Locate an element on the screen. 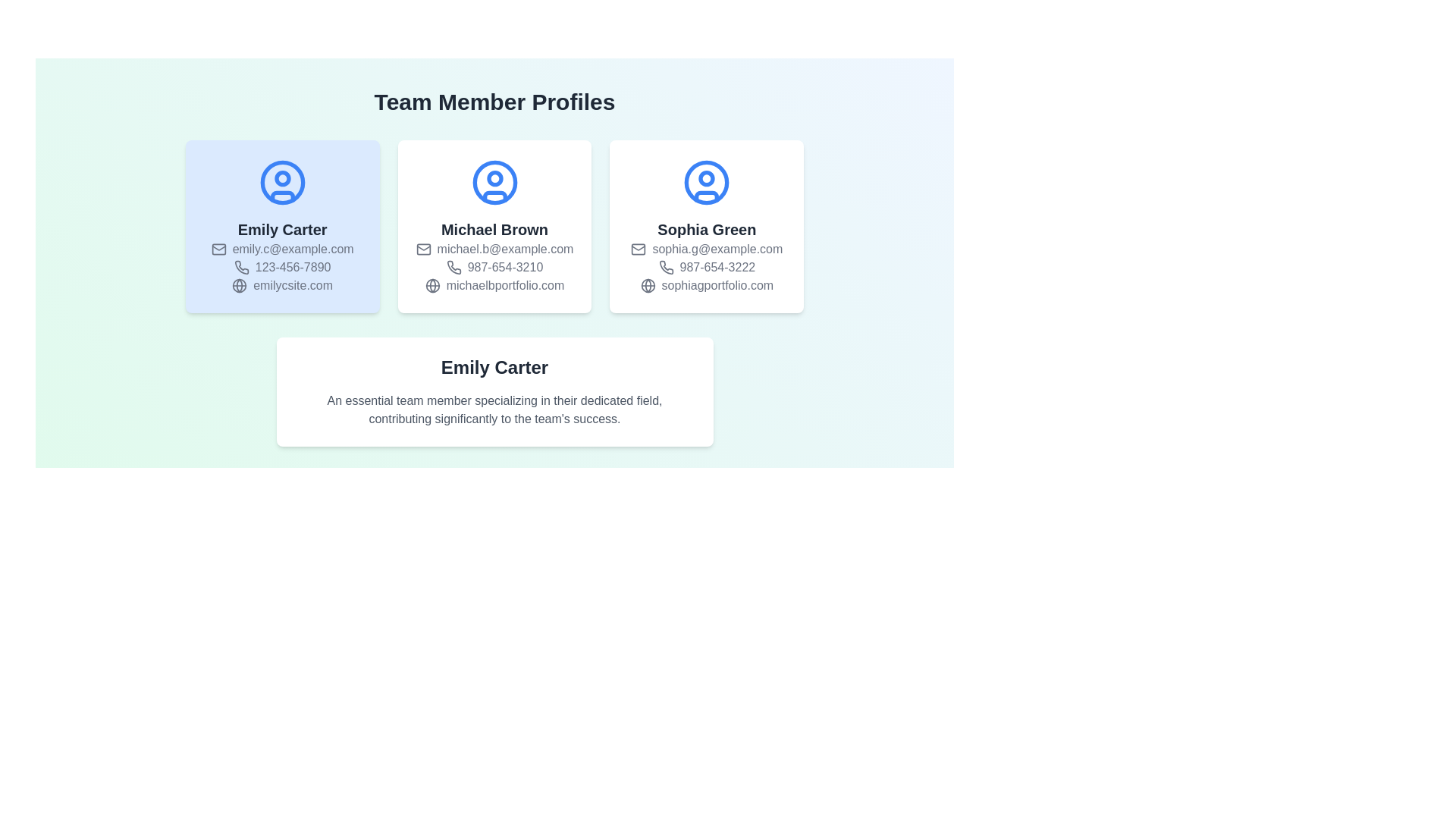 This screenshot has height=819, width=1456. the gray globe-shaped icon followed by the text 'emilycsite.com' is located at coordinates (282, 286).